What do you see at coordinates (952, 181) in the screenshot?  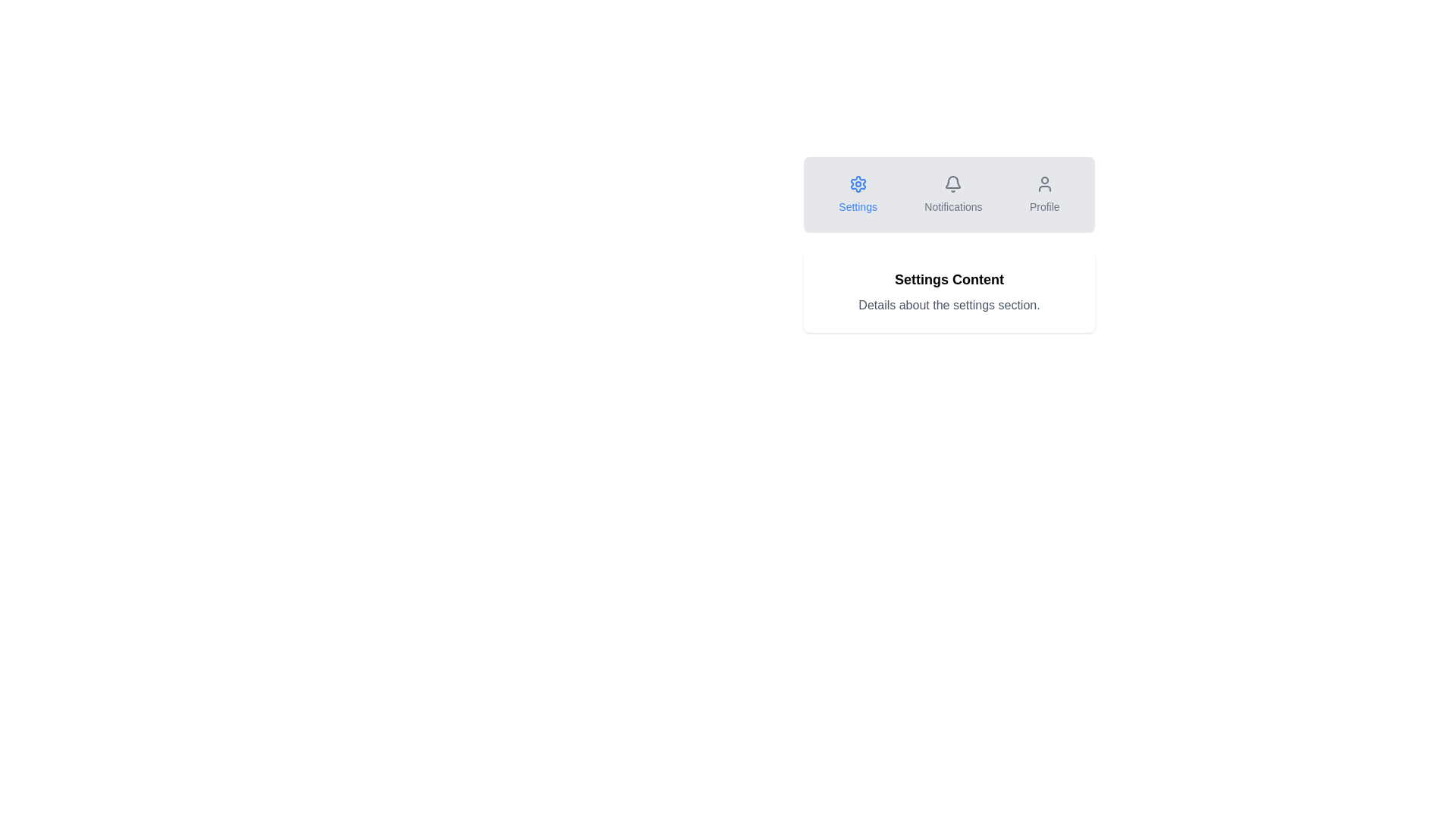 I see `the bell-shaped icon in the notification section` at bounding box center [952, 181].